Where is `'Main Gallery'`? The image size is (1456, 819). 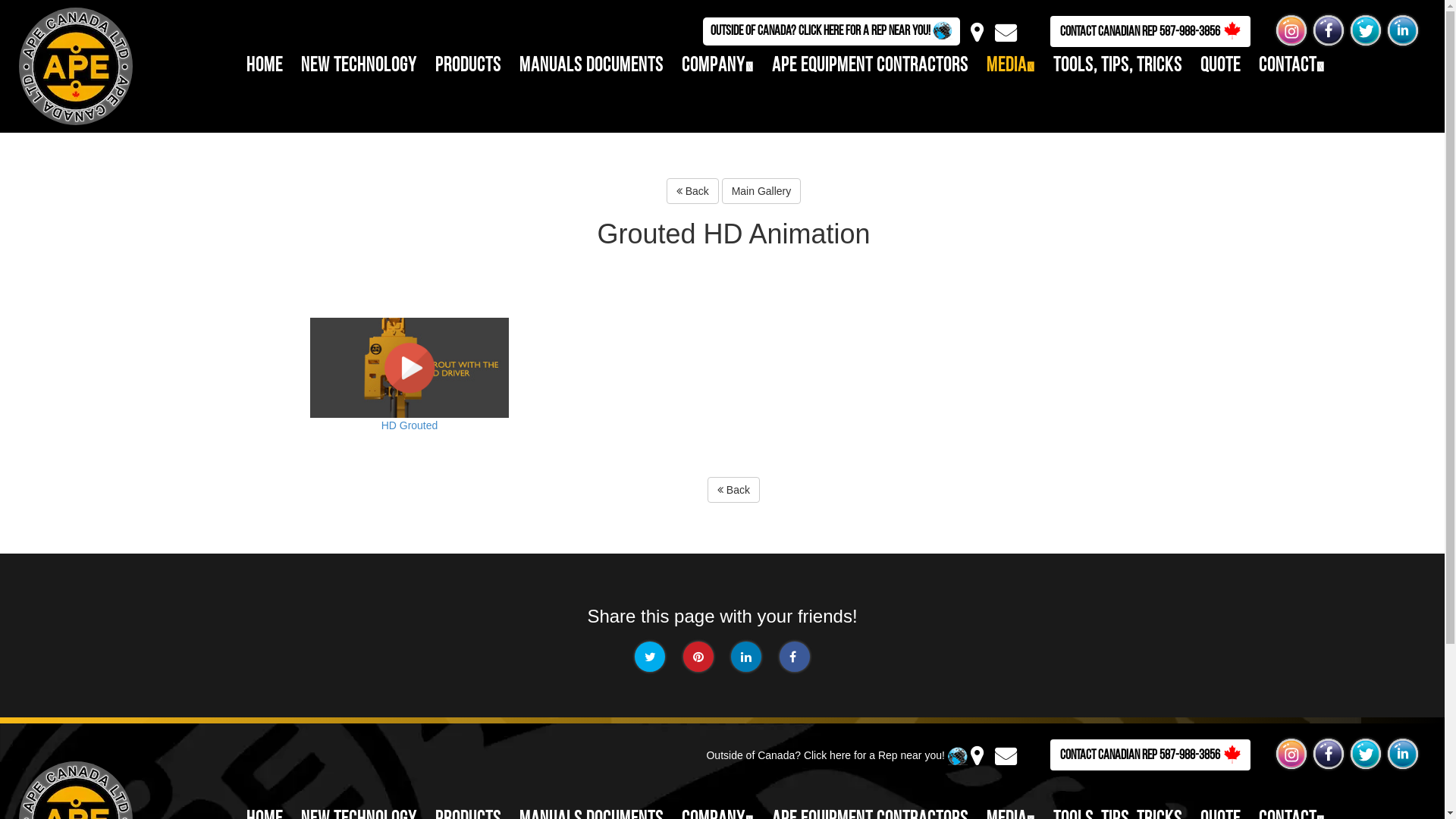
'Main Gallery' is located at coordinates (761, 190).